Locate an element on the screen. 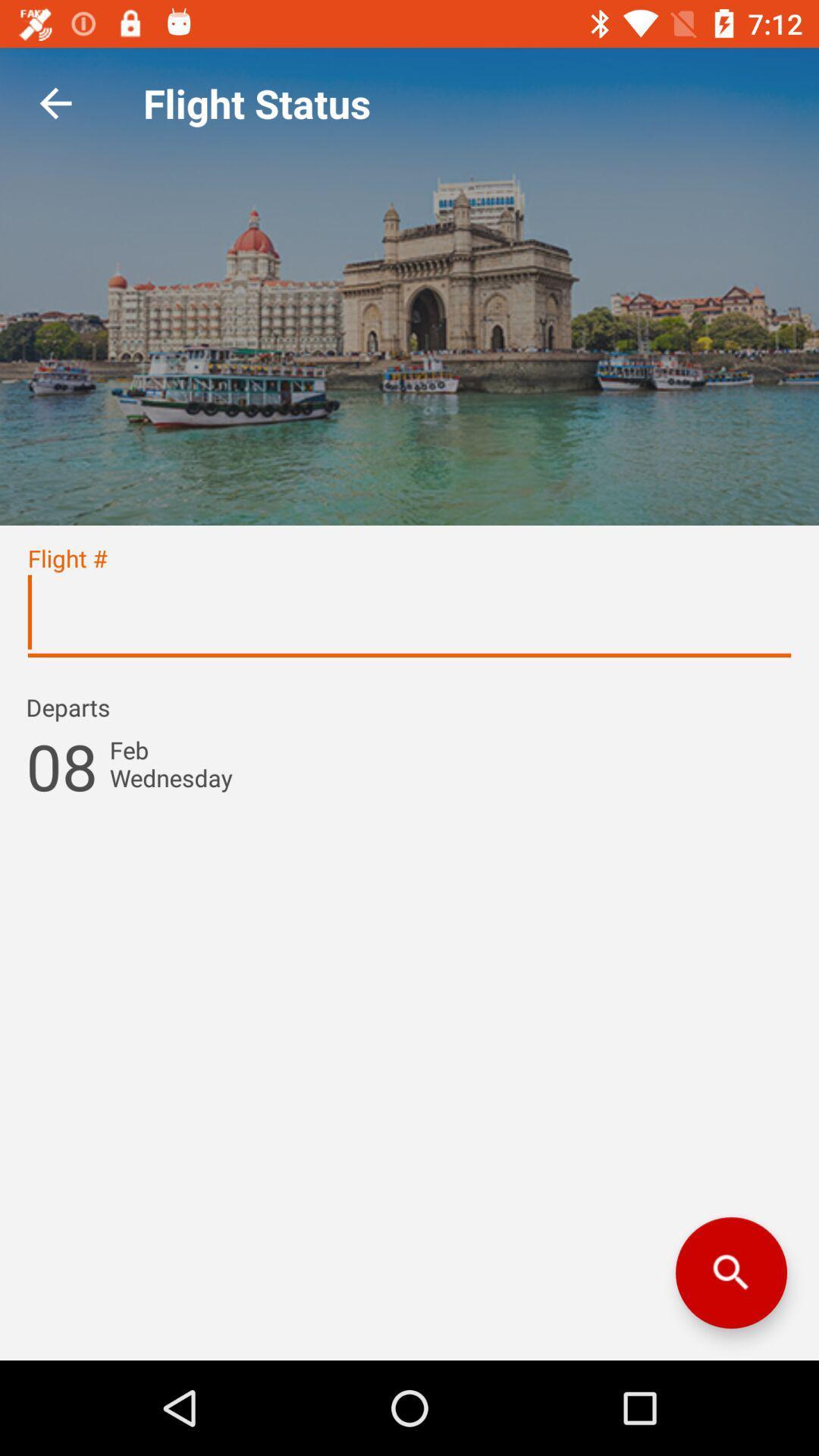  the search icon is located at coordinates (730, 1272).